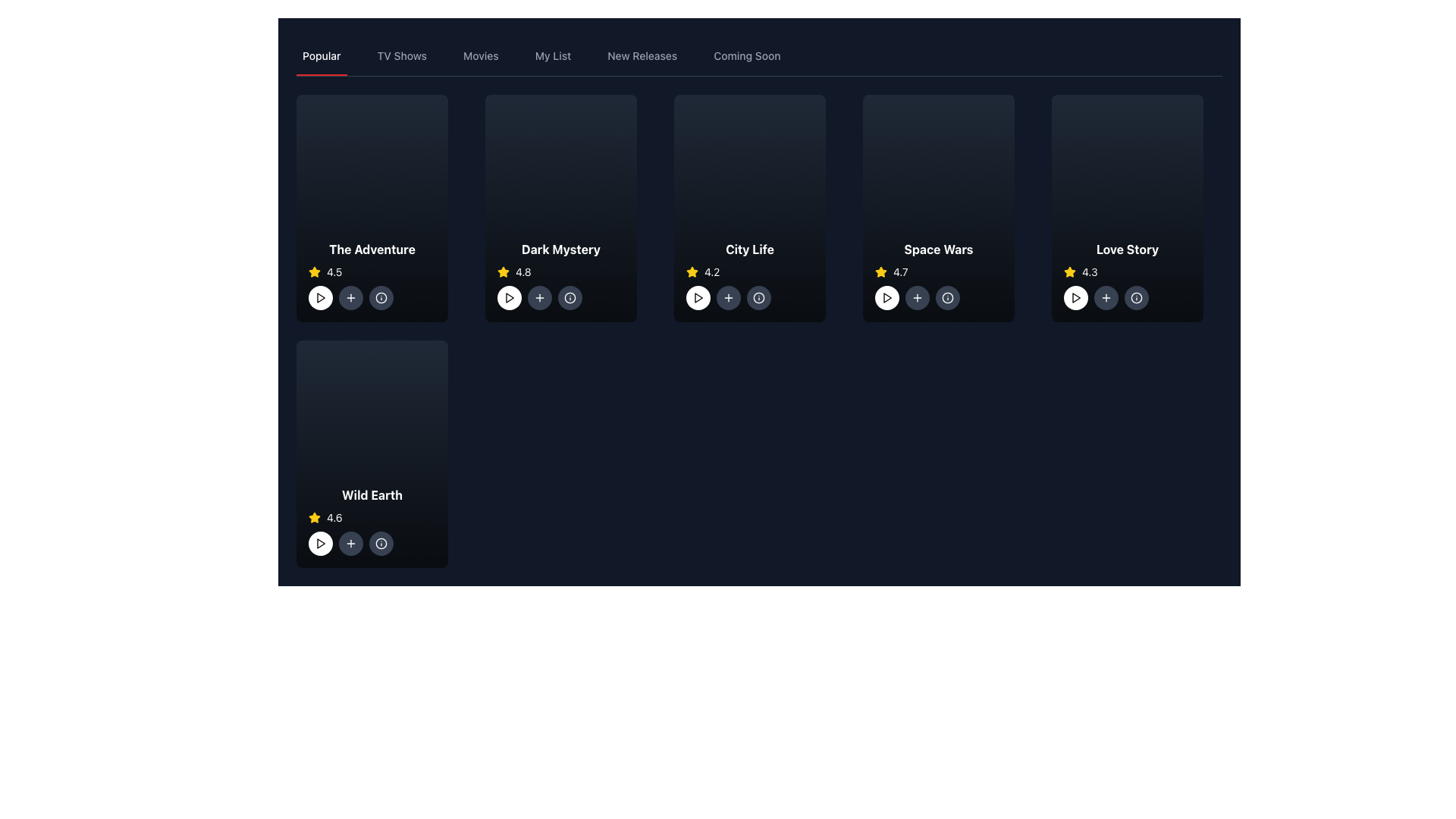  Describe the element at coordinates (749, 298) in the screenshot. I see `the informational icon button located below the 'City Life' card in the third column of the top row` at that location.